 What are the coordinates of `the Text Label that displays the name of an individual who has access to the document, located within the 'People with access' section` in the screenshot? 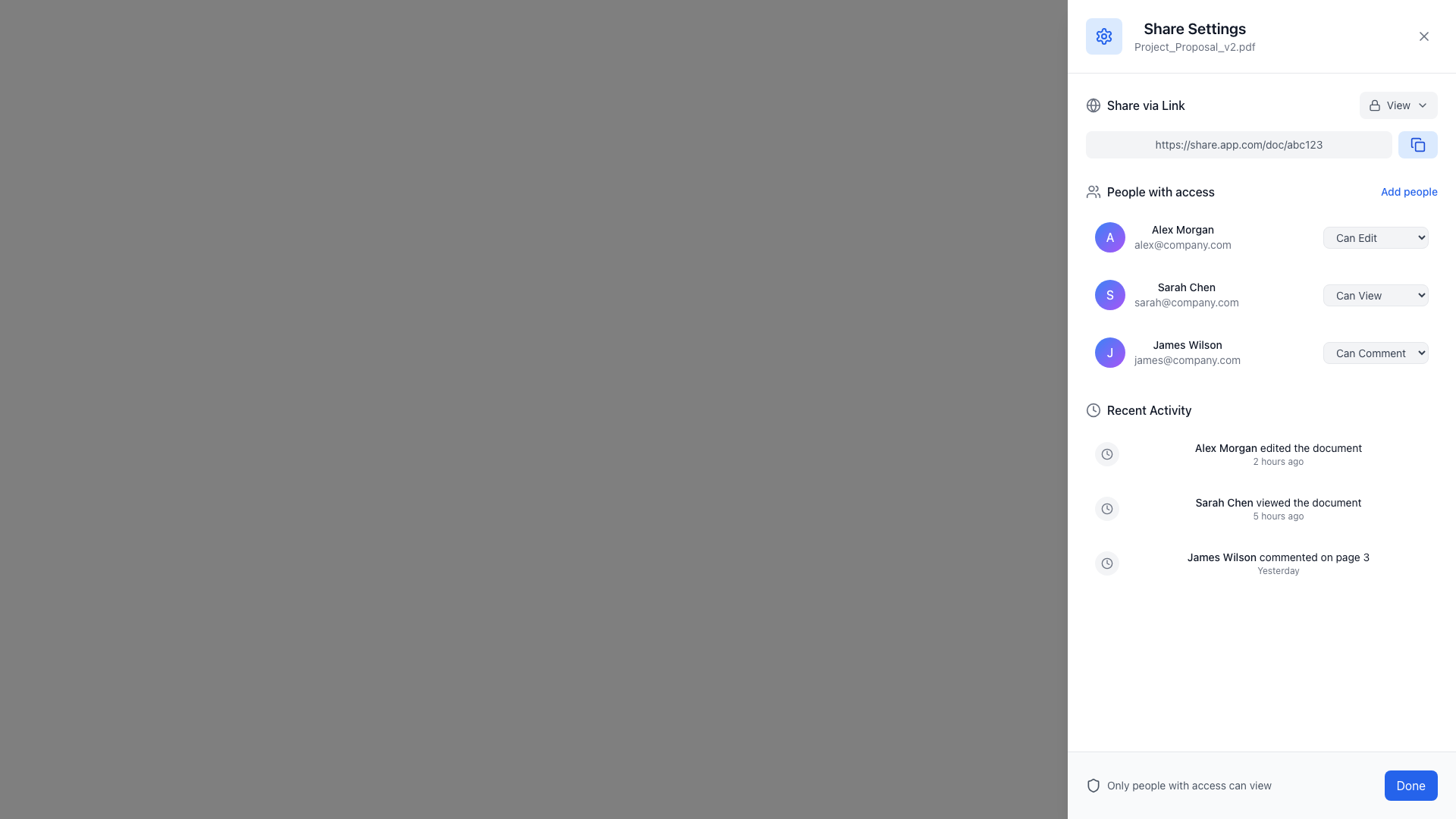 It's located at (1182, 230).